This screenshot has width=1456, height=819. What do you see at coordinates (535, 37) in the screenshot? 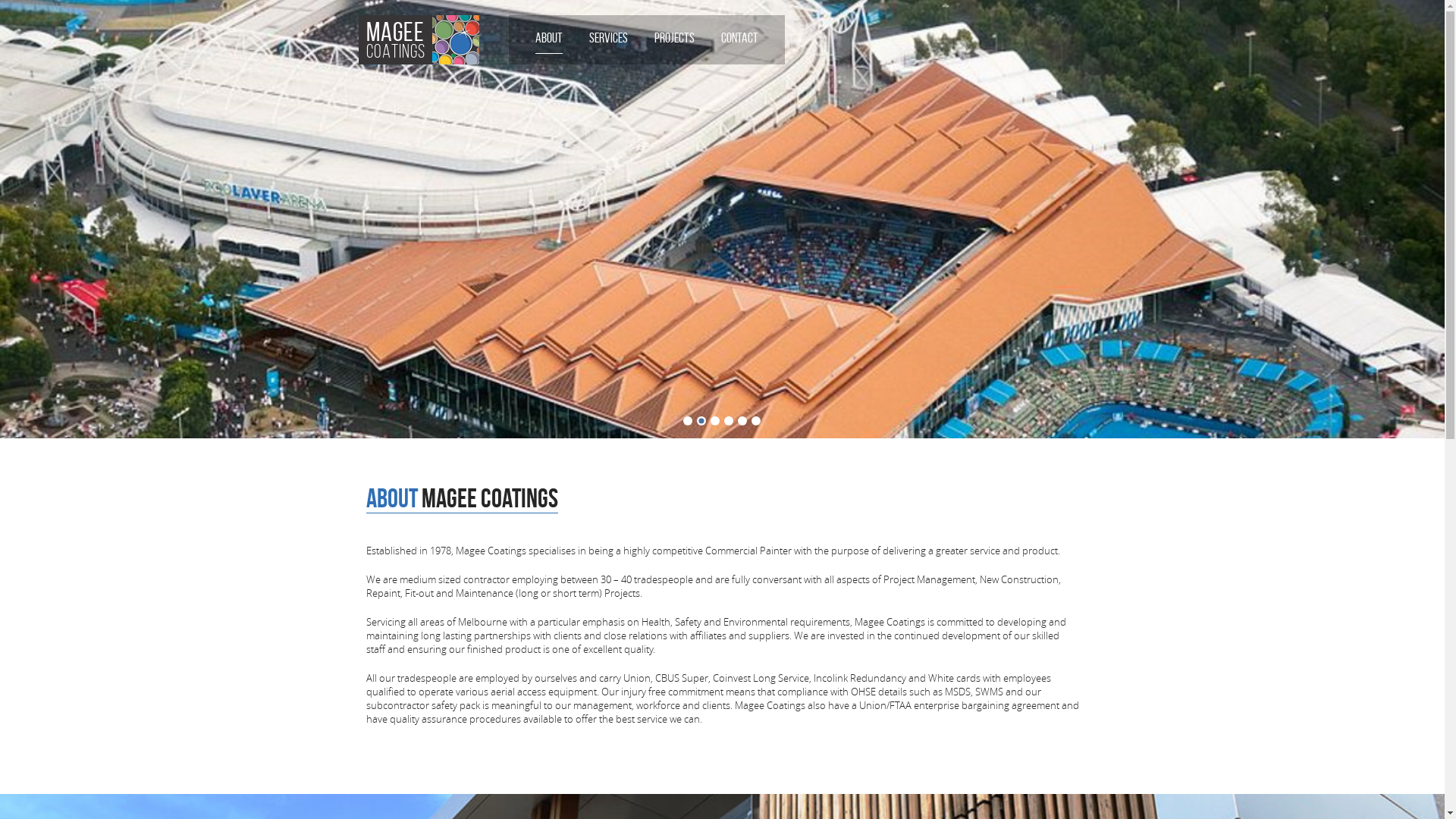
I see `'ABOUT'` at bounding box center [535, 37].